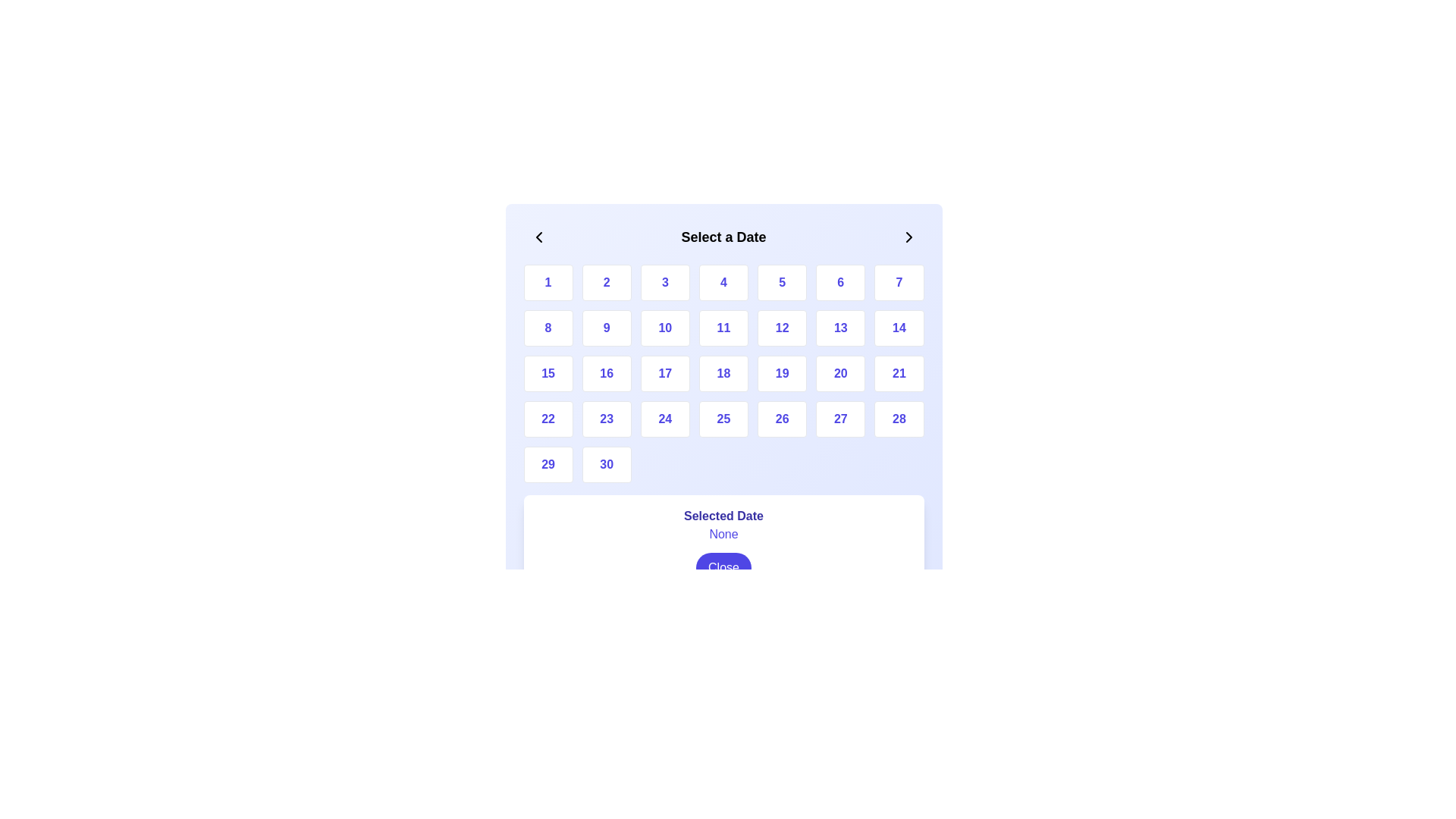 This screenshot has width=1456, height=819. What do you see at coordinates (607, 464) in the screenshot?
I see `the button representing the 30th date in the date picker interface` at bounding box center [607, 464].